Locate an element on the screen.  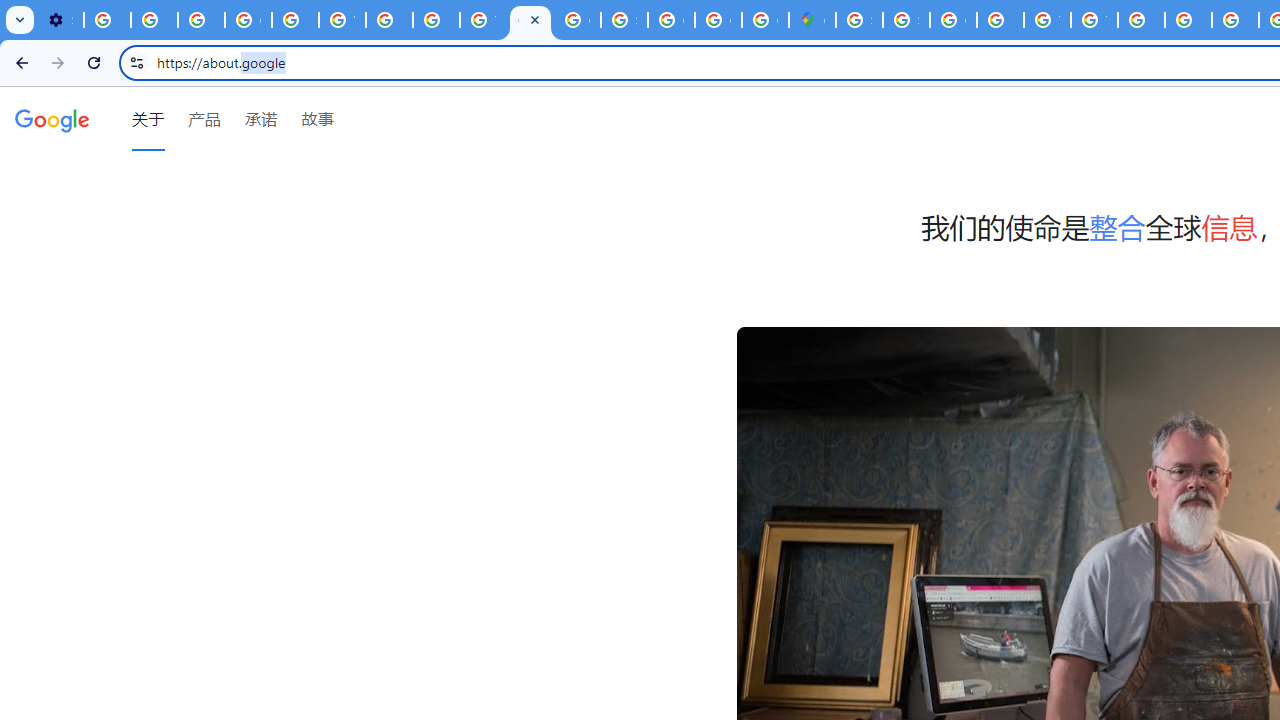
'Delete photos & videos - Computer - Google Photos Help' is located at coordinates (106, 20).